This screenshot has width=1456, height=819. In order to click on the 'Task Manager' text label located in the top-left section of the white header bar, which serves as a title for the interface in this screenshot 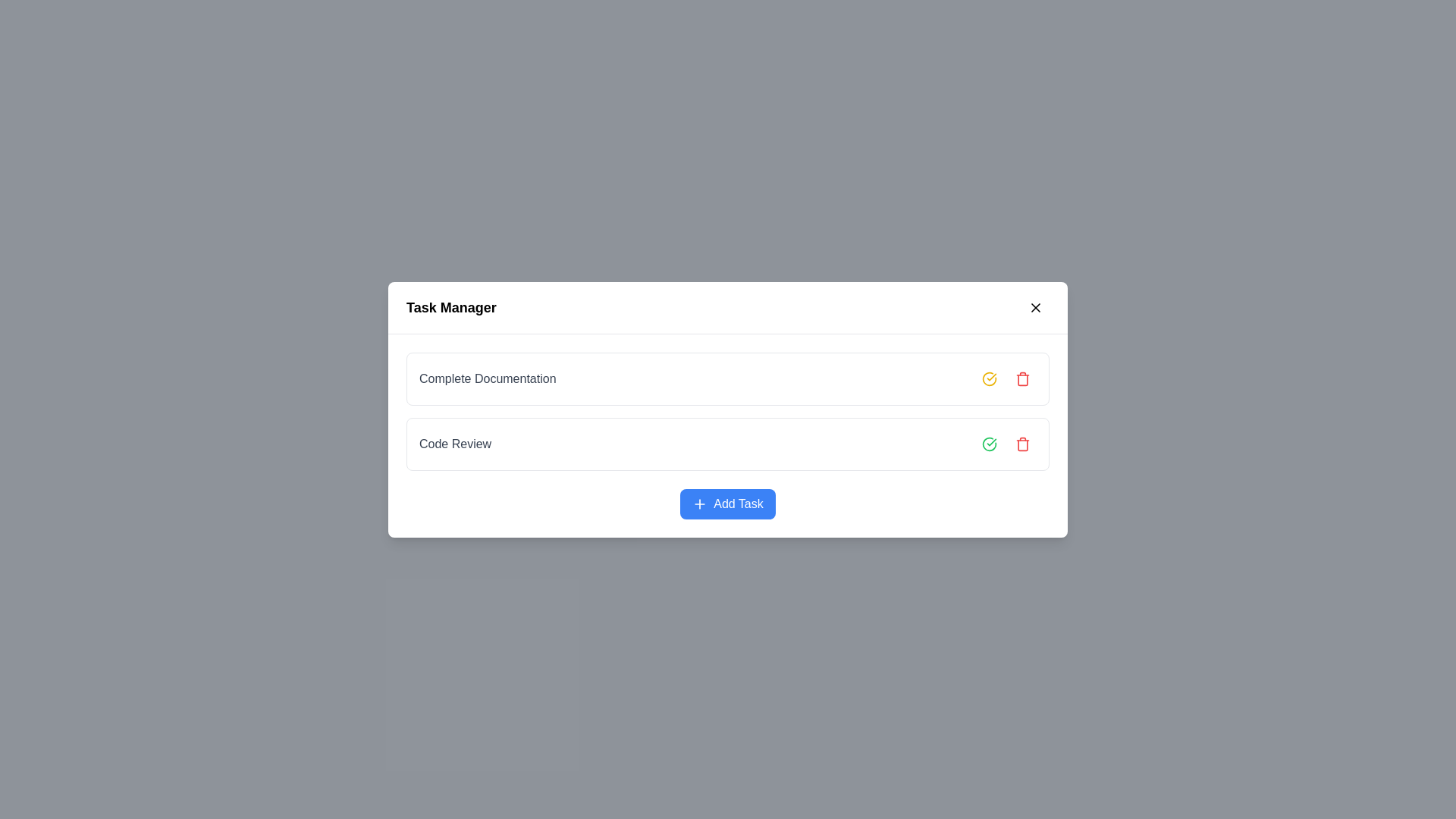, I will do `click(450, 307)`.